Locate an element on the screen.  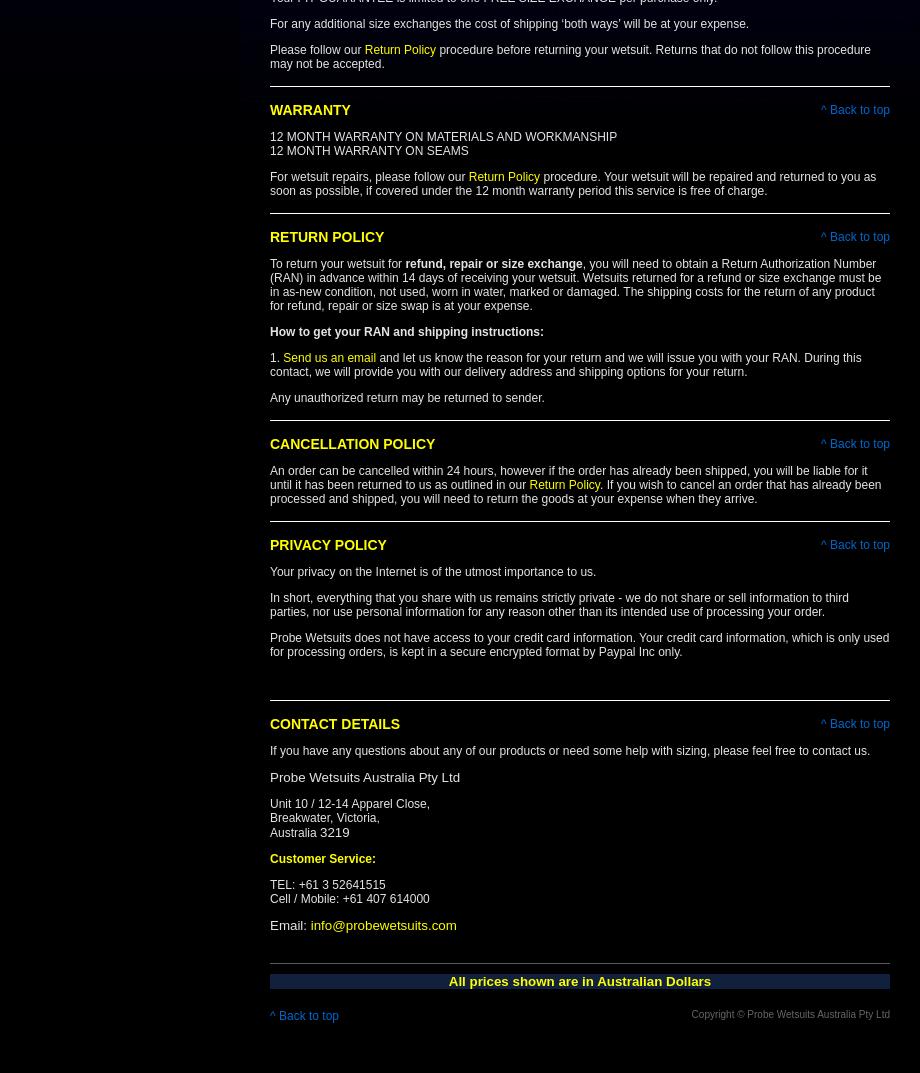
'Copyright 
                © Probe Wetsuits Australia Pty Ltd' is located at coordinates (691, 1014).